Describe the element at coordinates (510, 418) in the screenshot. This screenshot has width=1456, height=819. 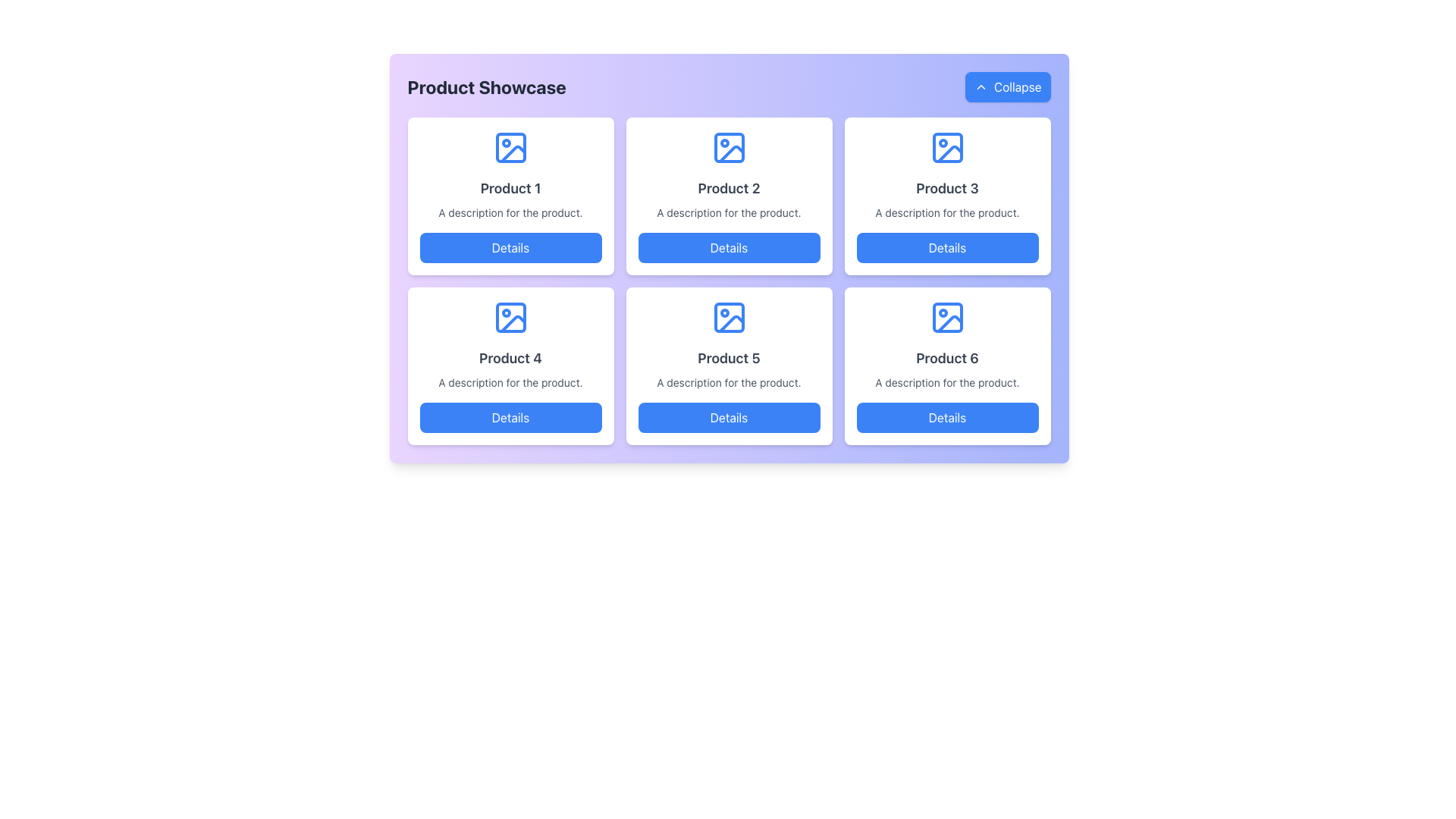
I see `the button located in the fourth card of a grid of six cards, directly under the text 'A description for the product.' to change its color` at that location.